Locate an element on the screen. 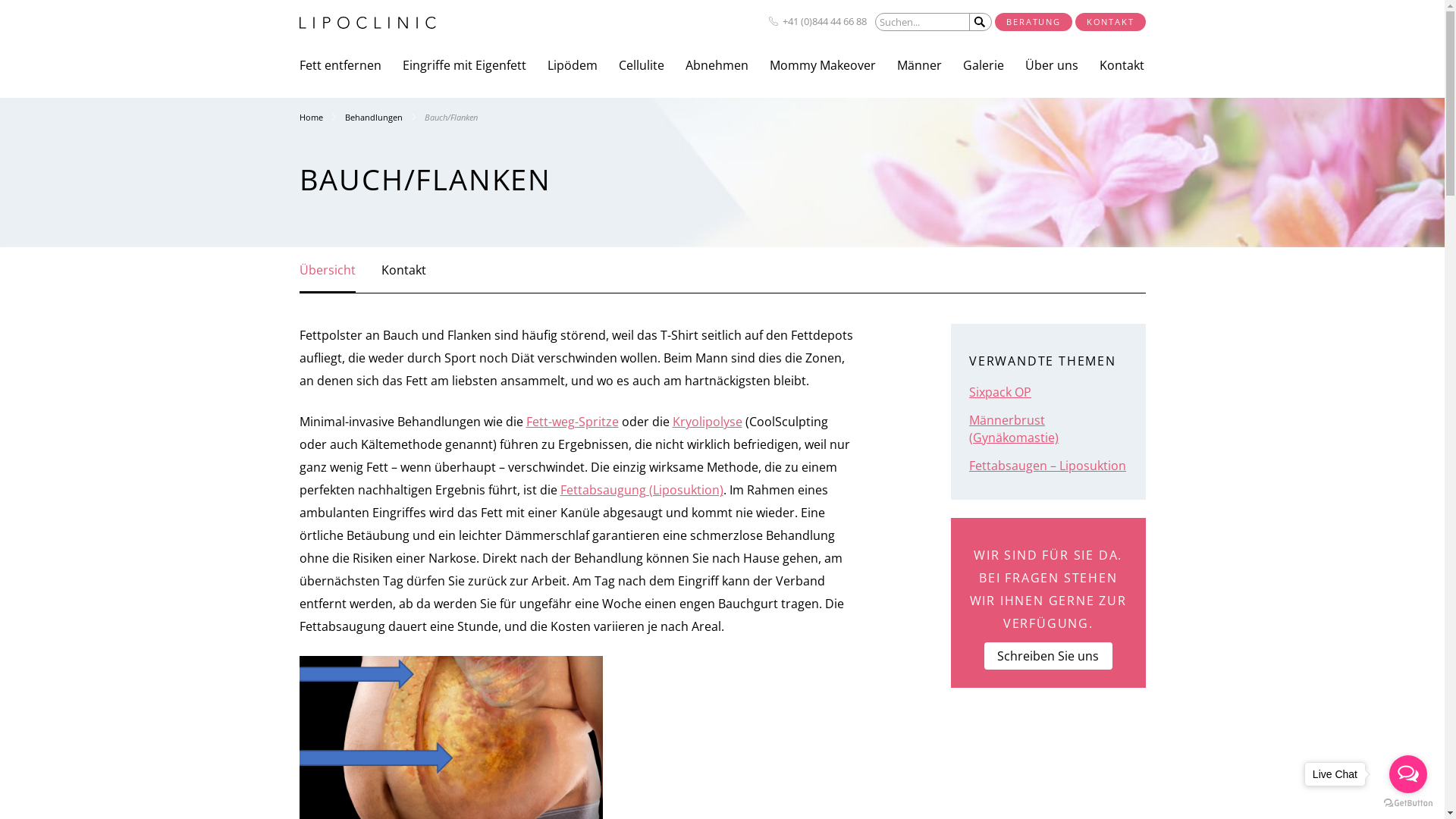 The width and height of the screenshot is (1456, 819). 'Fett-weg-Spritze' is located at coordinates (526, 421).